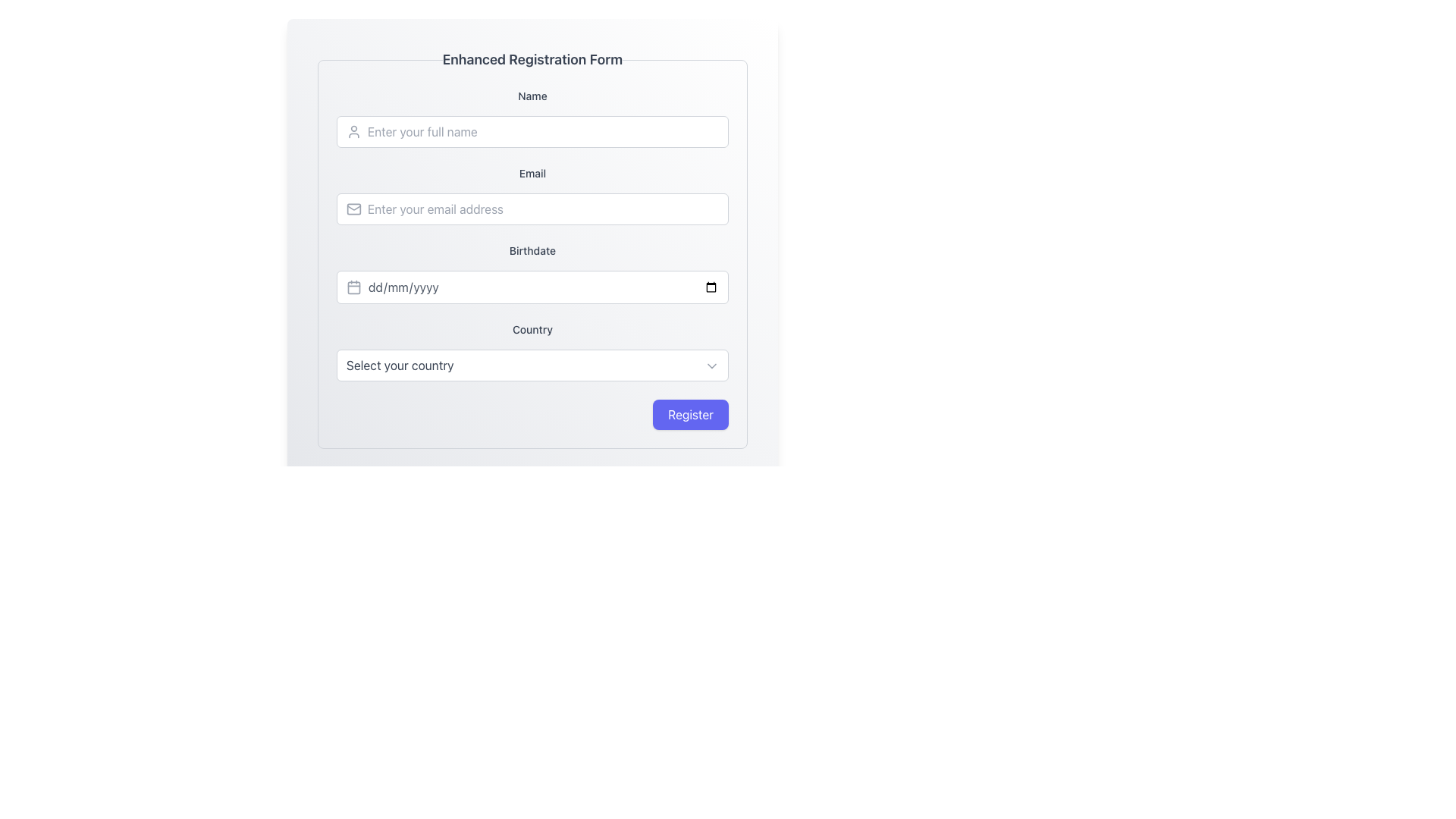 This screenshot has width=1456, height=819. What do you see at coordinates (532, 366) in the screenshot?
I see `the dropdown menu located below the 'Country' label in the vertical form layout` at bounding box center [532, 366].